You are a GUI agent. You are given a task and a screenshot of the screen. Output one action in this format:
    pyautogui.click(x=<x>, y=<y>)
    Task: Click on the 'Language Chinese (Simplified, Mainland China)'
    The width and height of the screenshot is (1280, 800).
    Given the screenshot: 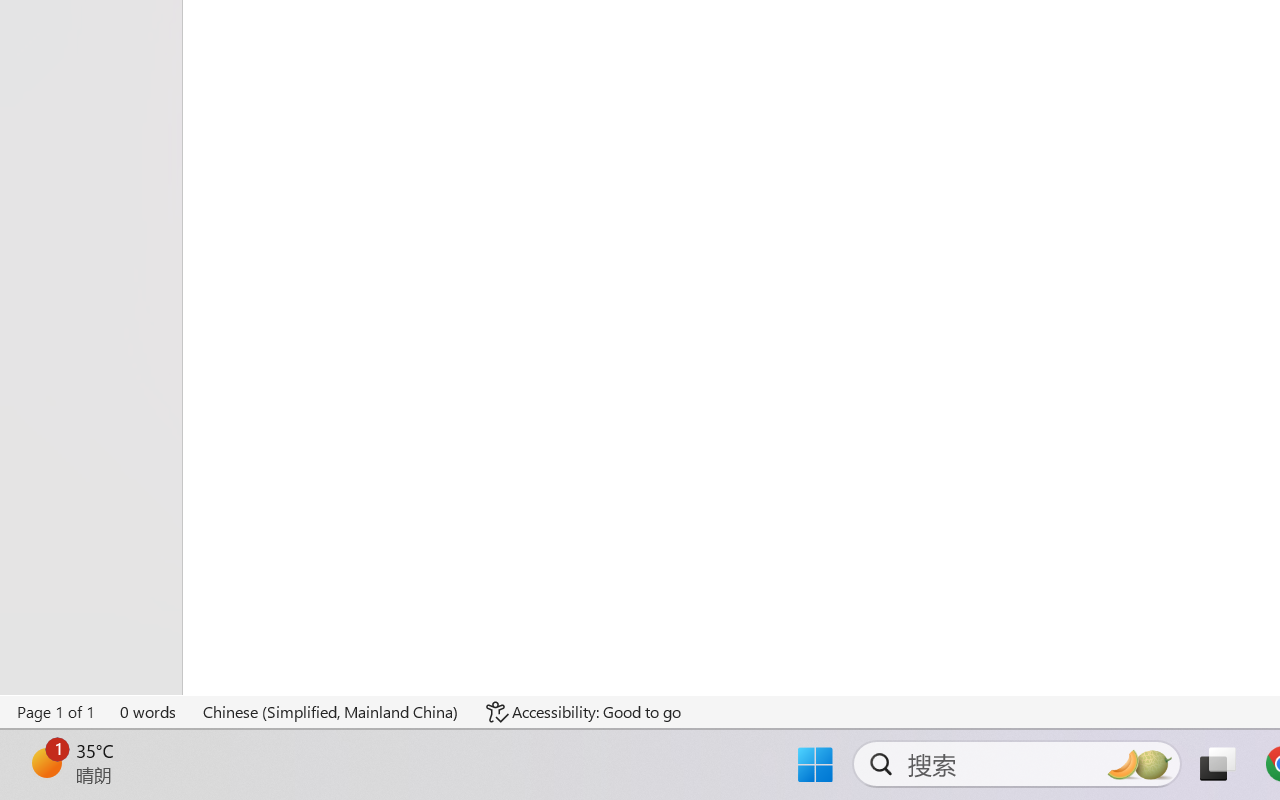 What is the action you would take?
    pyautogui.click(x=331, y=711)
    